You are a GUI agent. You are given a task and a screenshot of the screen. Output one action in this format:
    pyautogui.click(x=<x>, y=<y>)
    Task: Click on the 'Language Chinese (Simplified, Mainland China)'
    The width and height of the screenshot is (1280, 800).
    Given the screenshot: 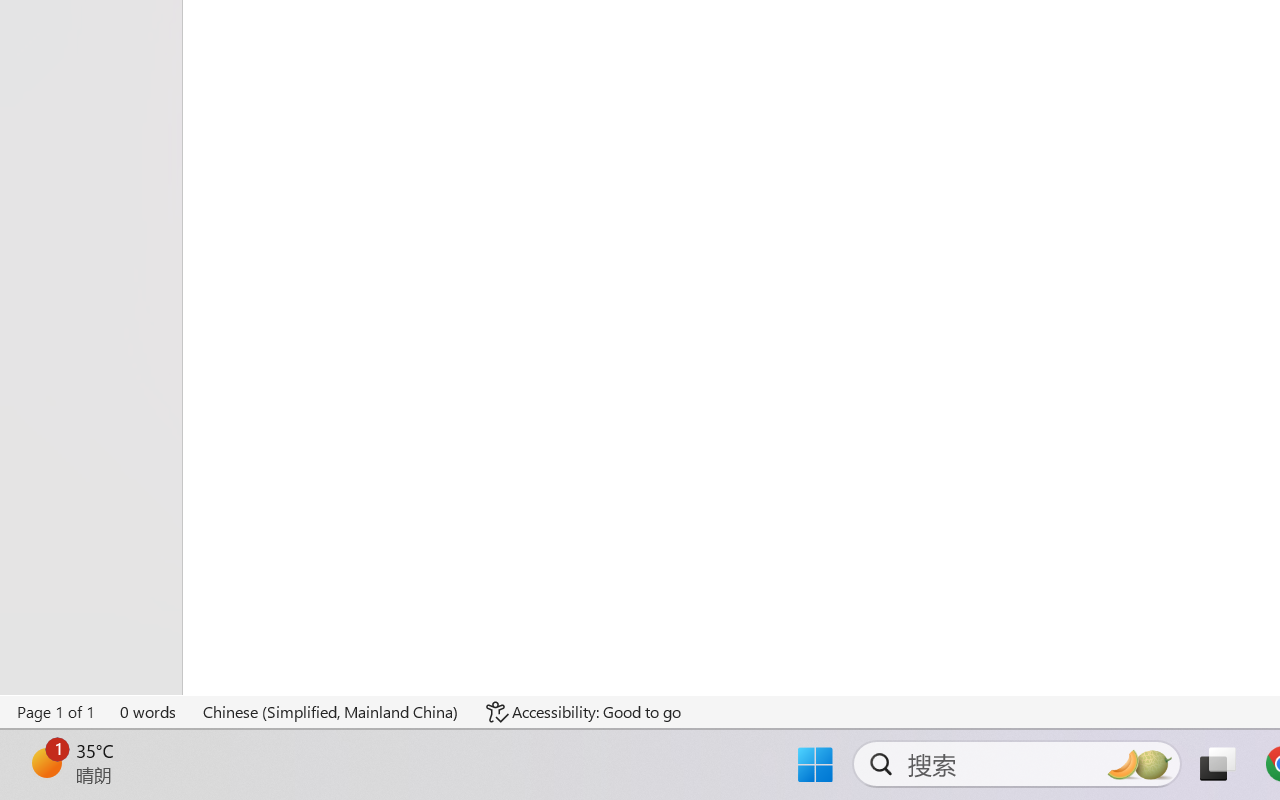 What is the action you would take?
    pyautogui.click(x=331, y=711)
    